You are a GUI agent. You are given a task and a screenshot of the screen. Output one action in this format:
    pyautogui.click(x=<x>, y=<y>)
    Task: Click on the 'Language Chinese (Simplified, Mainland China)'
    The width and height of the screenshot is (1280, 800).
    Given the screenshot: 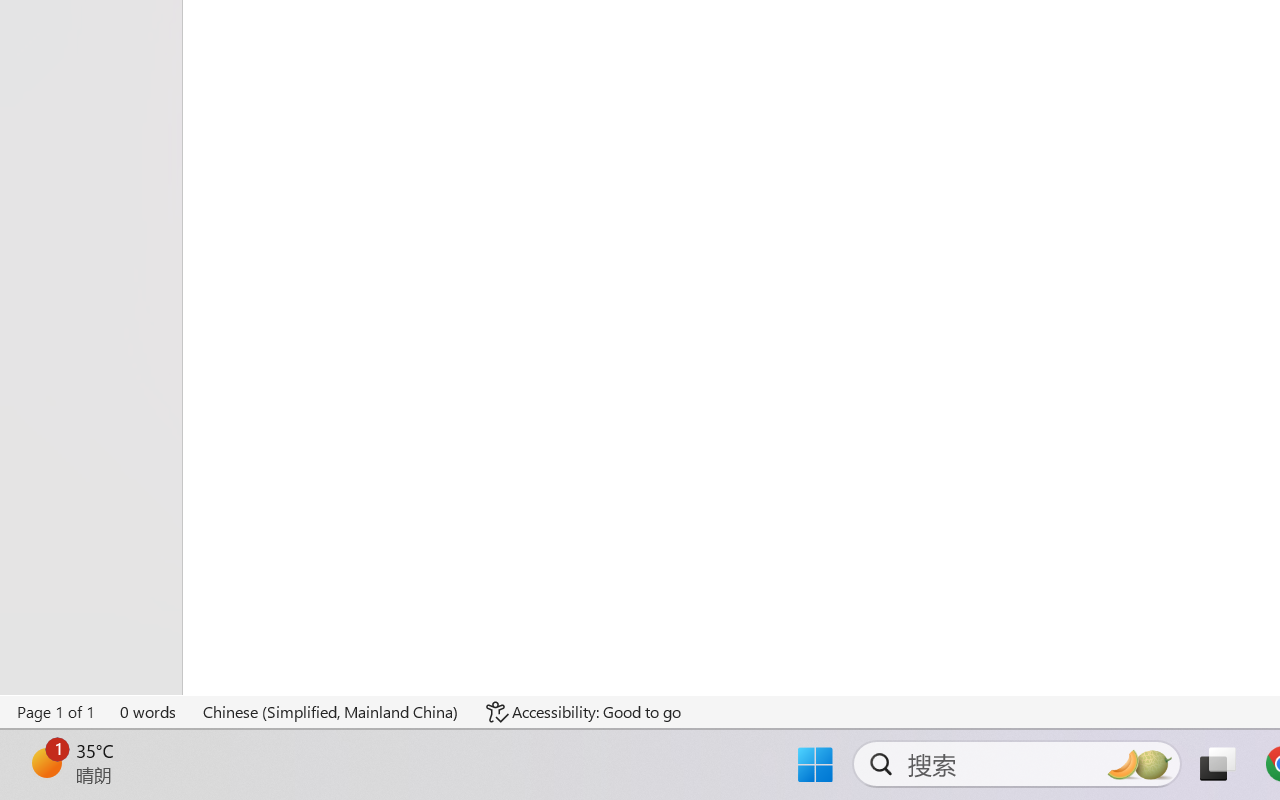 What is the action you would take?
    pyautogui.click(x=331, y=711)
    